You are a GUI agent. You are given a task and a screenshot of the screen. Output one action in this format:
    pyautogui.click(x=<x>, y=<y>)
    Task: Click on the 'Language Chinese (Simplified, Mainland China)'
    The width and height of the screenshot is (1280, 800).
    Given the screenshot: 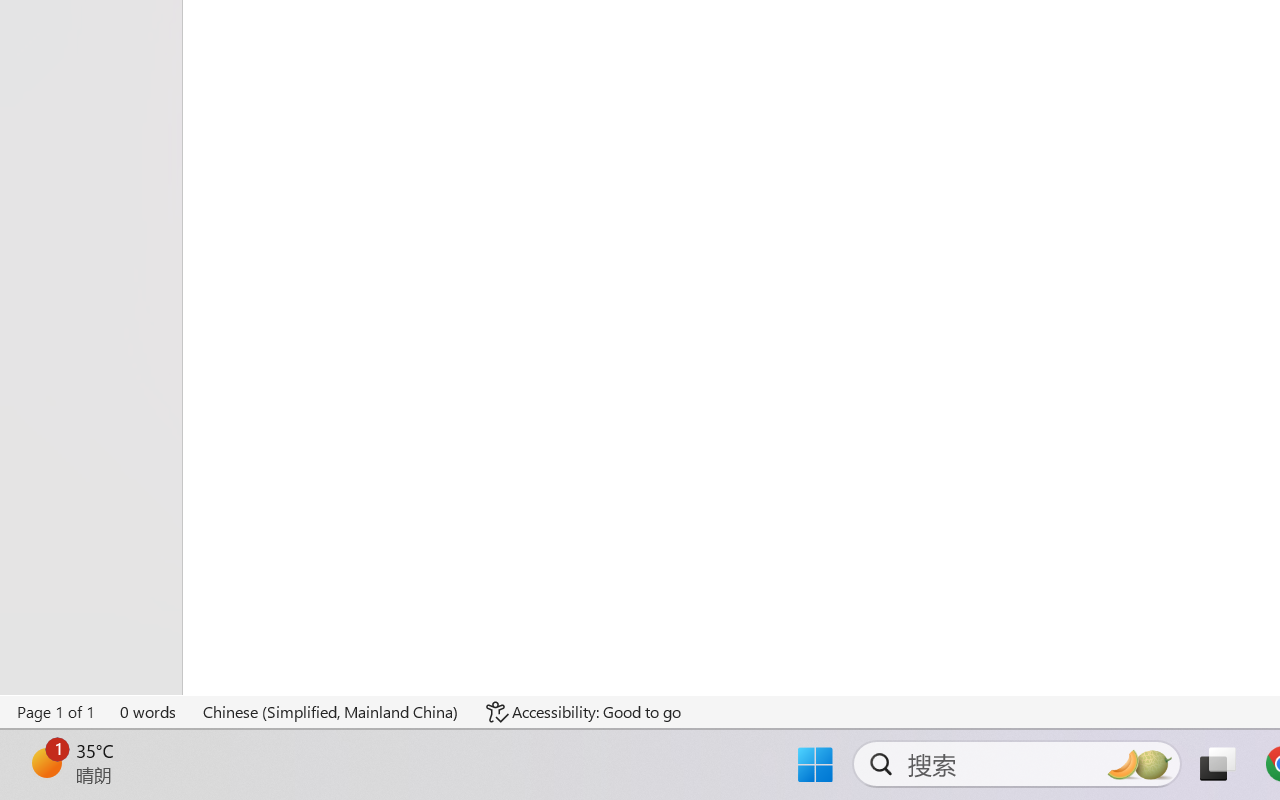 What is the action you would take?
    pyautogui.click(x=331, y=711)
    